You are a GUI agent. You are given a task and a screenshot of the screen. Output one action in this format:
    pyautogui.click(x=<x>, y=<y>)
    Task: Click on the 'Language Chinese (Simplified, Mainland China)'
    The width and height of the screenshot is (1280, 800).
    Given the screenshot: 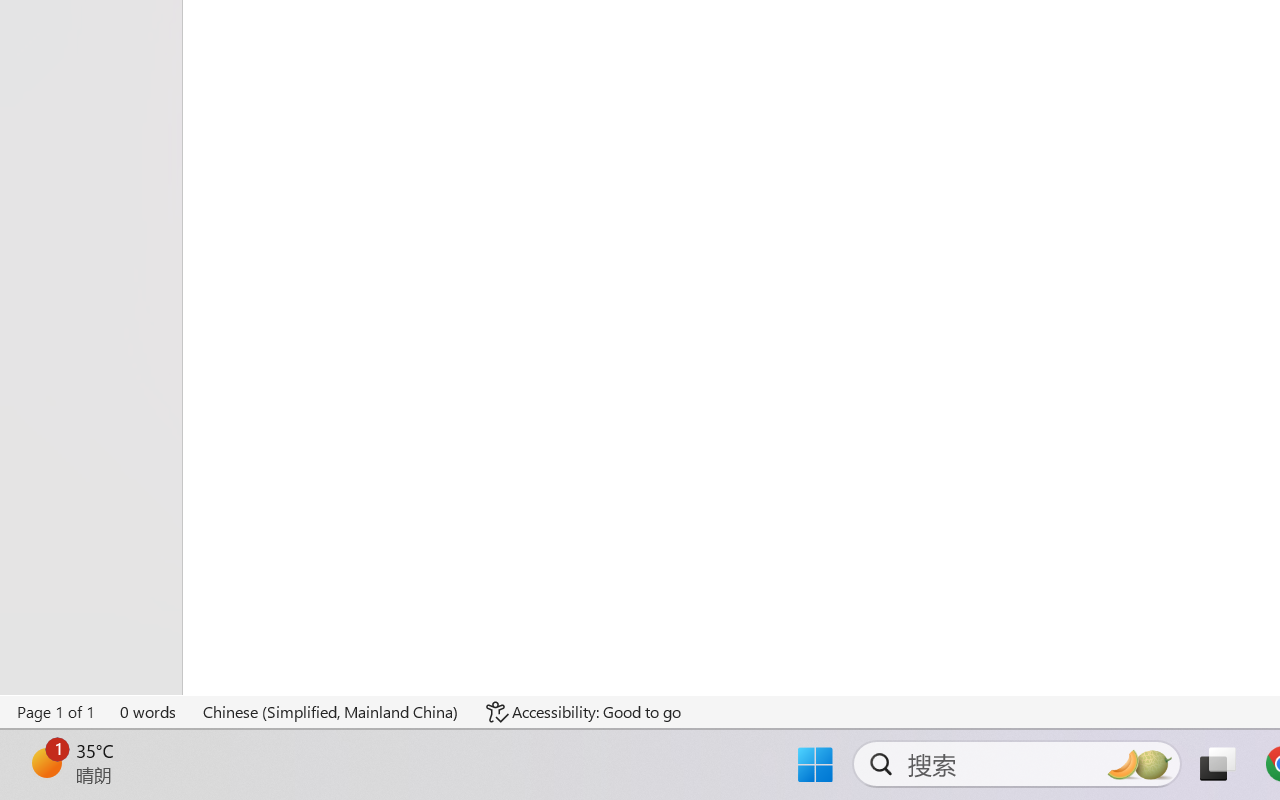 What is the action you would take?
    pyautogui.click(x=331, y=711)
    